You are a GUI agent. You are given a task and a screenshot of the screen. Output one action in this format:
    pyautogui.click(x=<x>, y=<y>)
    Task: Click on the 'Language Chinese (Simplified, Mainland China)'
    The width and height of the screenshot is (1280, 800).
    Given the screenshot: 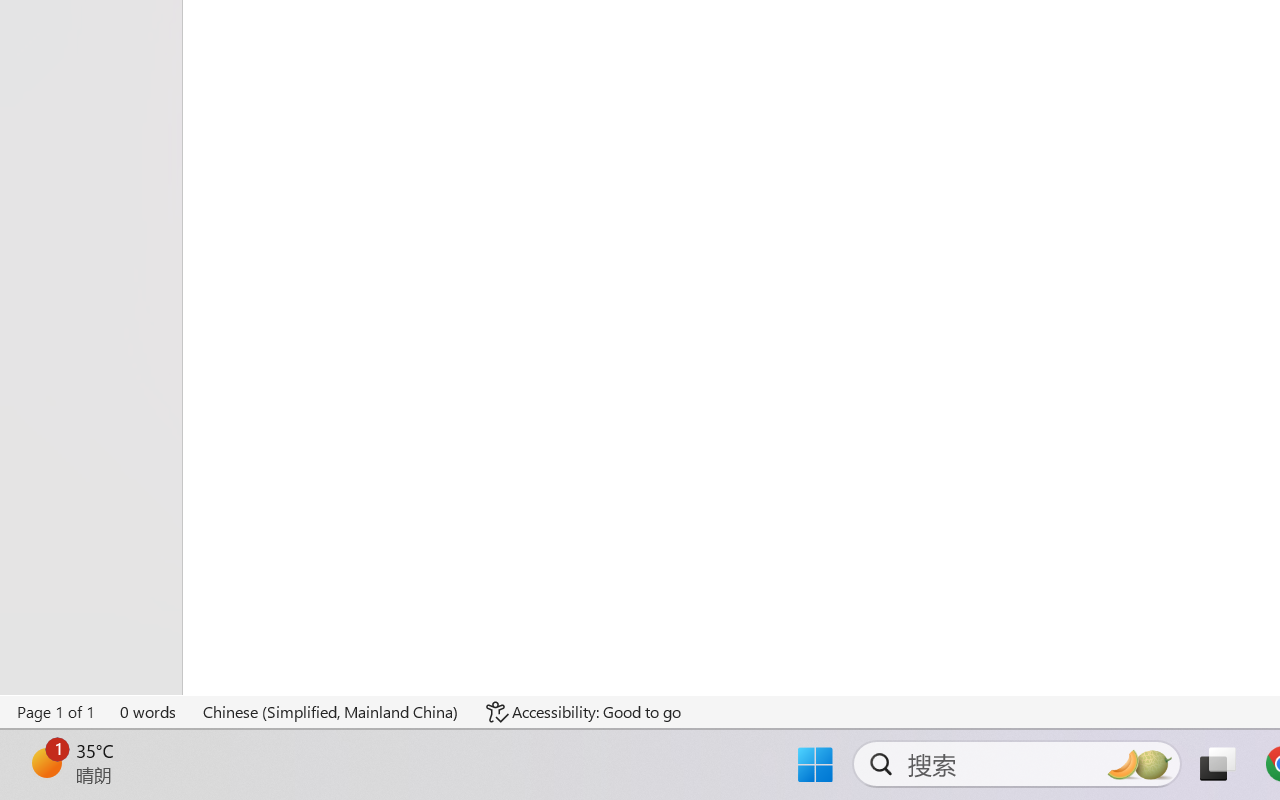 What is the action you would take?
    pyautogui.click(x=331, y=711)
    